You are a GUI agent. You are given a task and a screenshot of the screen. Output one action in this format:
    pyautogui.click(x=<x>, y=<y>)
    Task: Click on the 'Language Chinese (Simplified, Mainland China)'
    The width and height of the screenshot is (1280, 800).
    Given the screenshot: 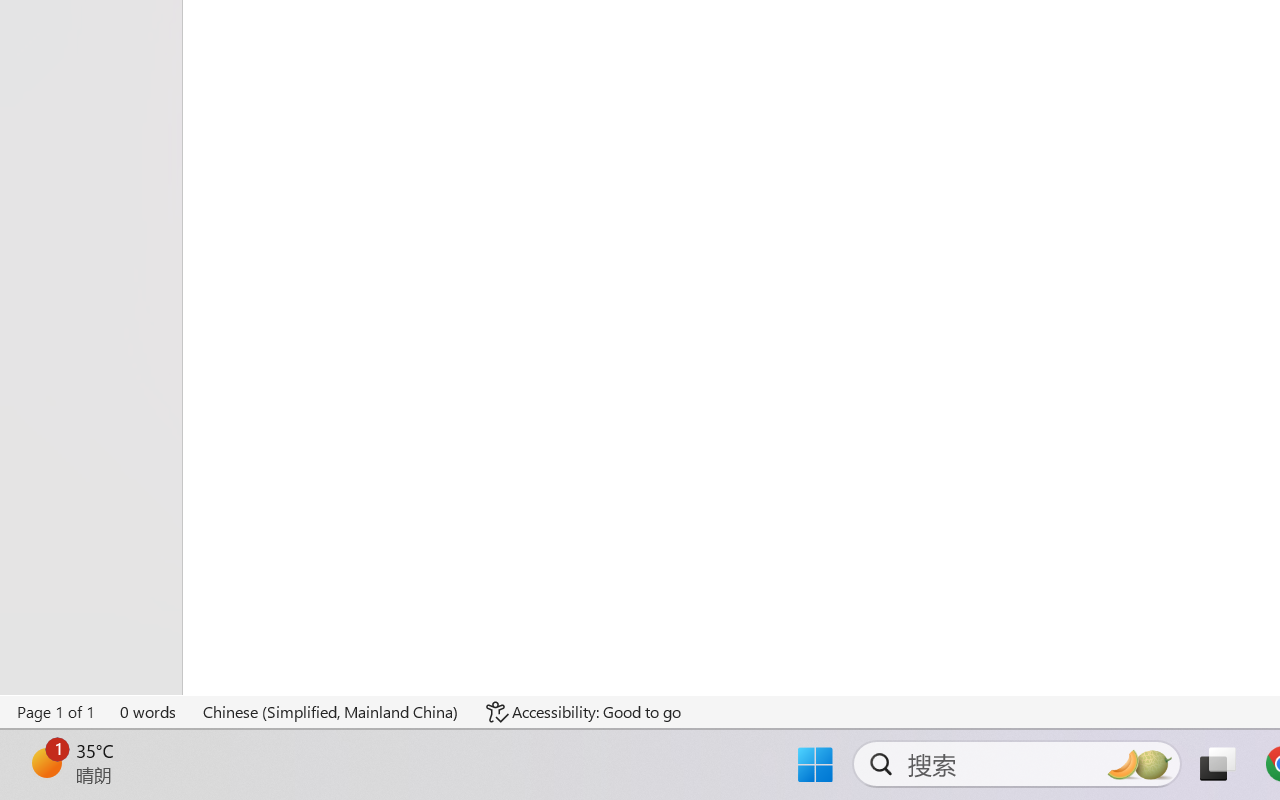 What is the action you would take?
    pyautogui.click(x=331, y=711)
    